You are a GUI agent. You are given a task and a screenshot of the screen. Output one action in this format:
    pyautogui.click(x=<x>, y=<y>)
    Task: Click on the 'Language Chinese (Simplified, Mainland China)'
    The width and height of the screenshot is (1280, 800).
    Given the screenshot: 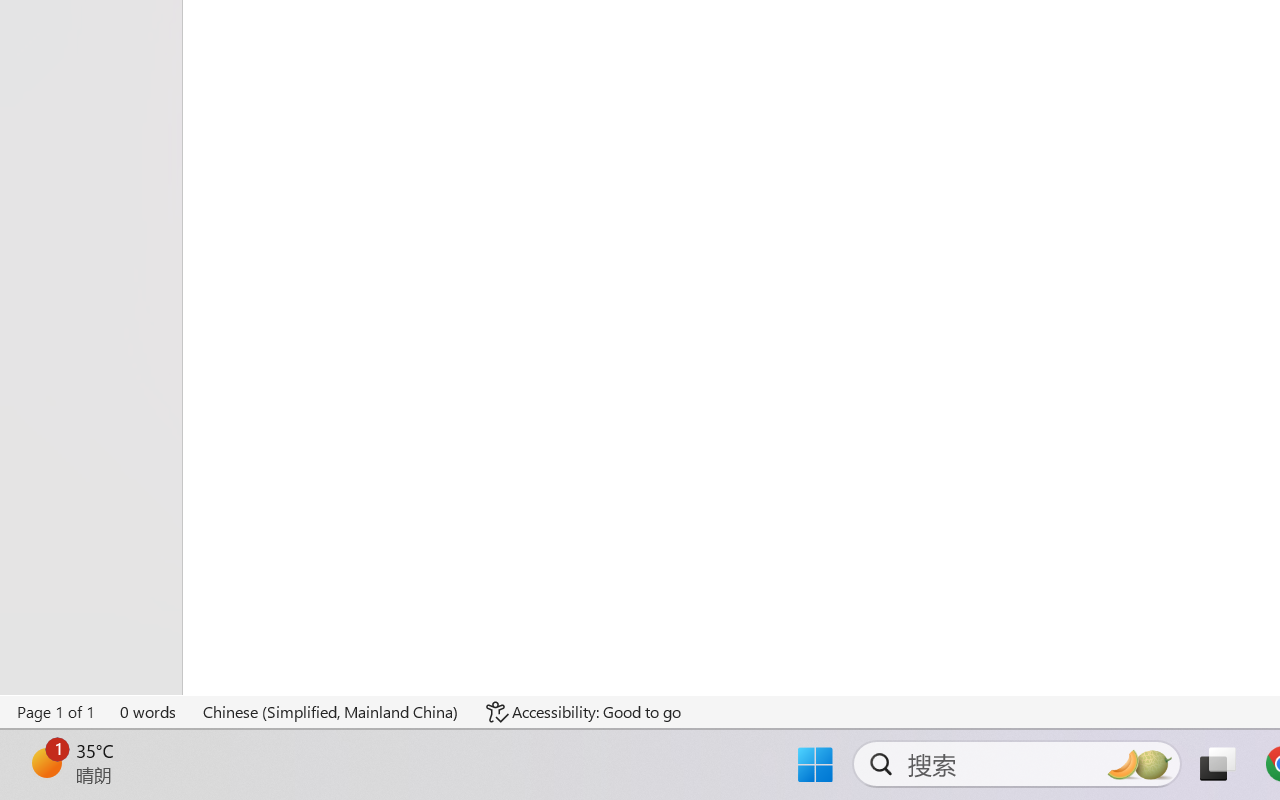 What is the action you would take?
    pyautogui.click(x=331, y=711)
    